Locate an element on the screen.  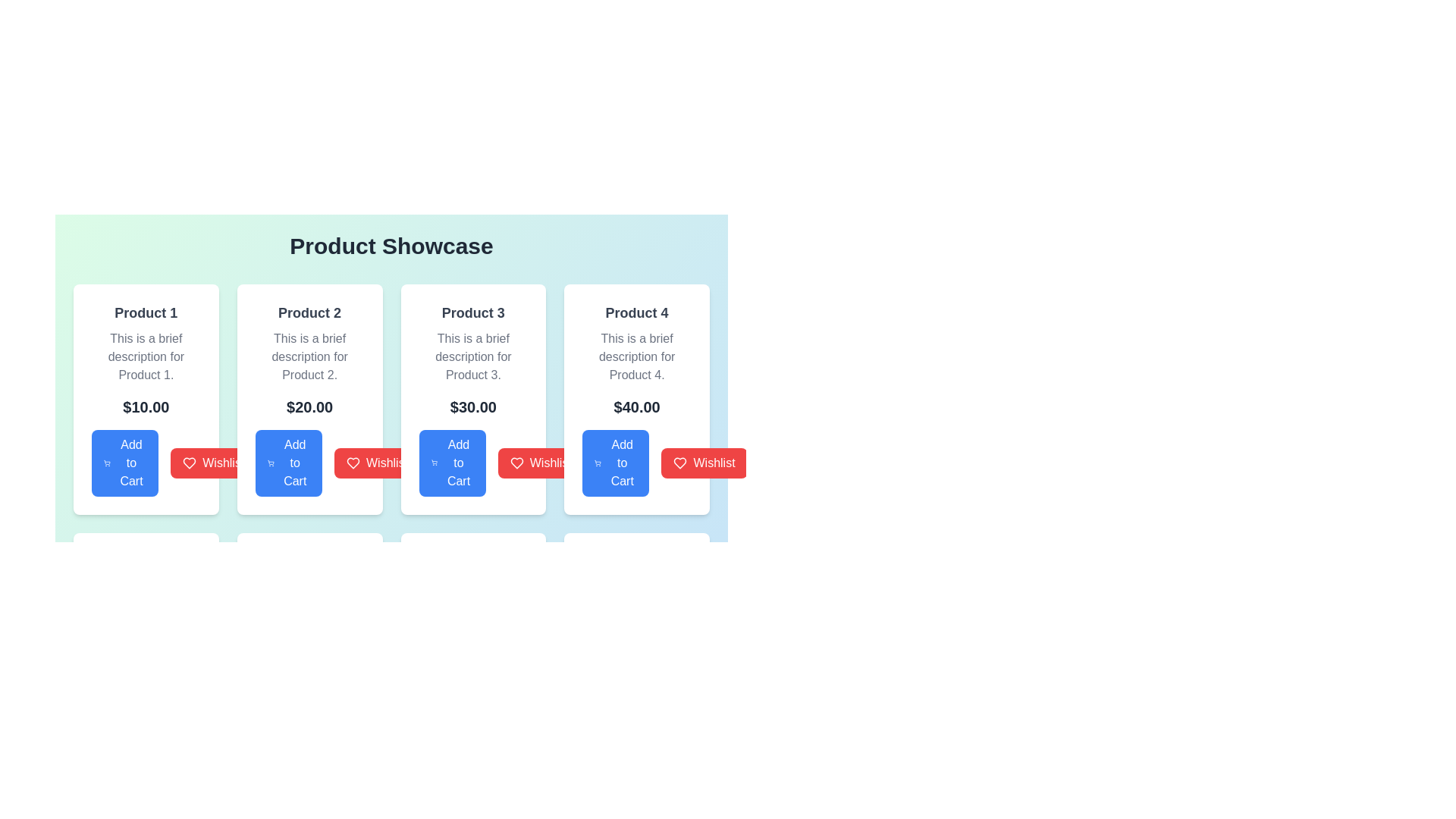
the 'Product 4' card, which features the title in bold, a price of '$40.00', and buttons for 'Add is located at coordinates (637, 399).